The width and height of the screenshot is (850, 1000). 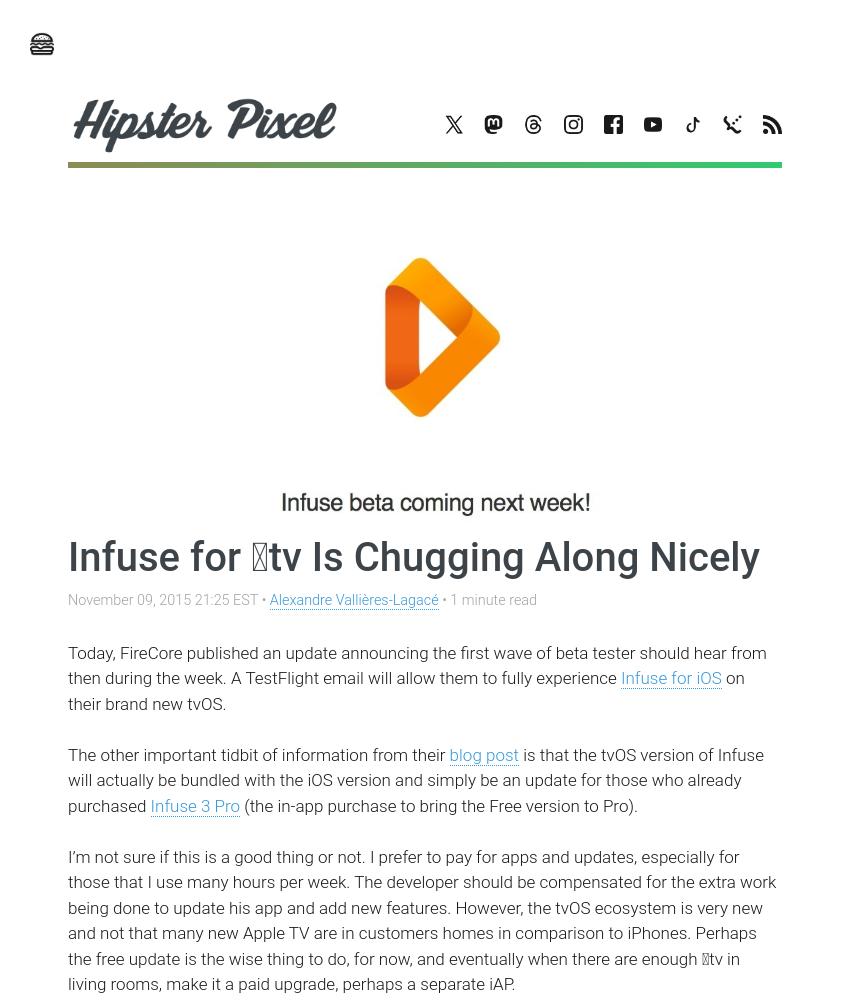 What do you see at coordinates (438, 805) in the screenshot?
I see `'(the in-app purchase to bring the Free version to Pro).'` at bounding box center [438, 805].